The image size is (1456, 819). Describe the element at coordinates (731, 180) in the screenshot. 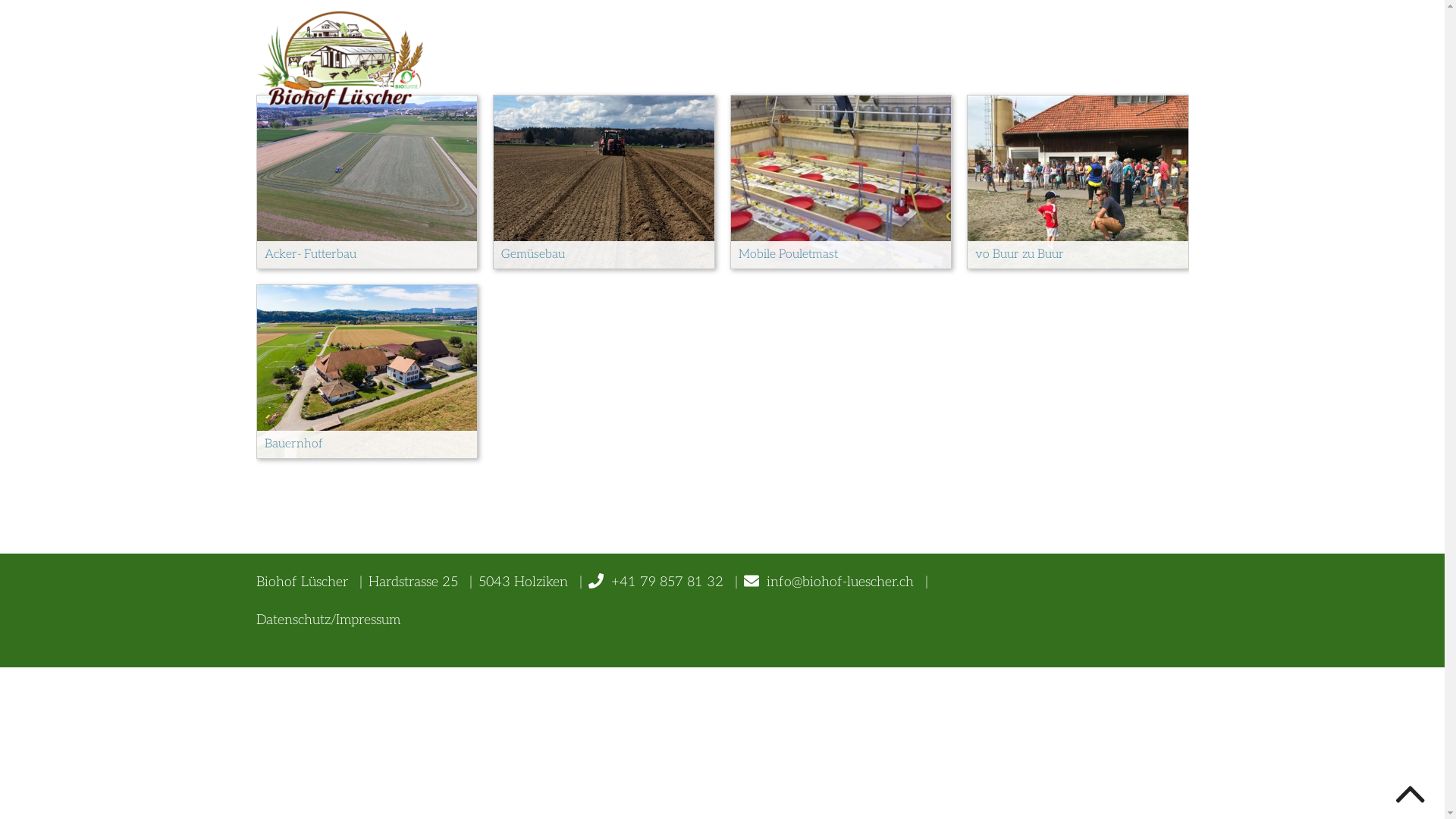

I see `'Mobile Pouletmast'` at that location.